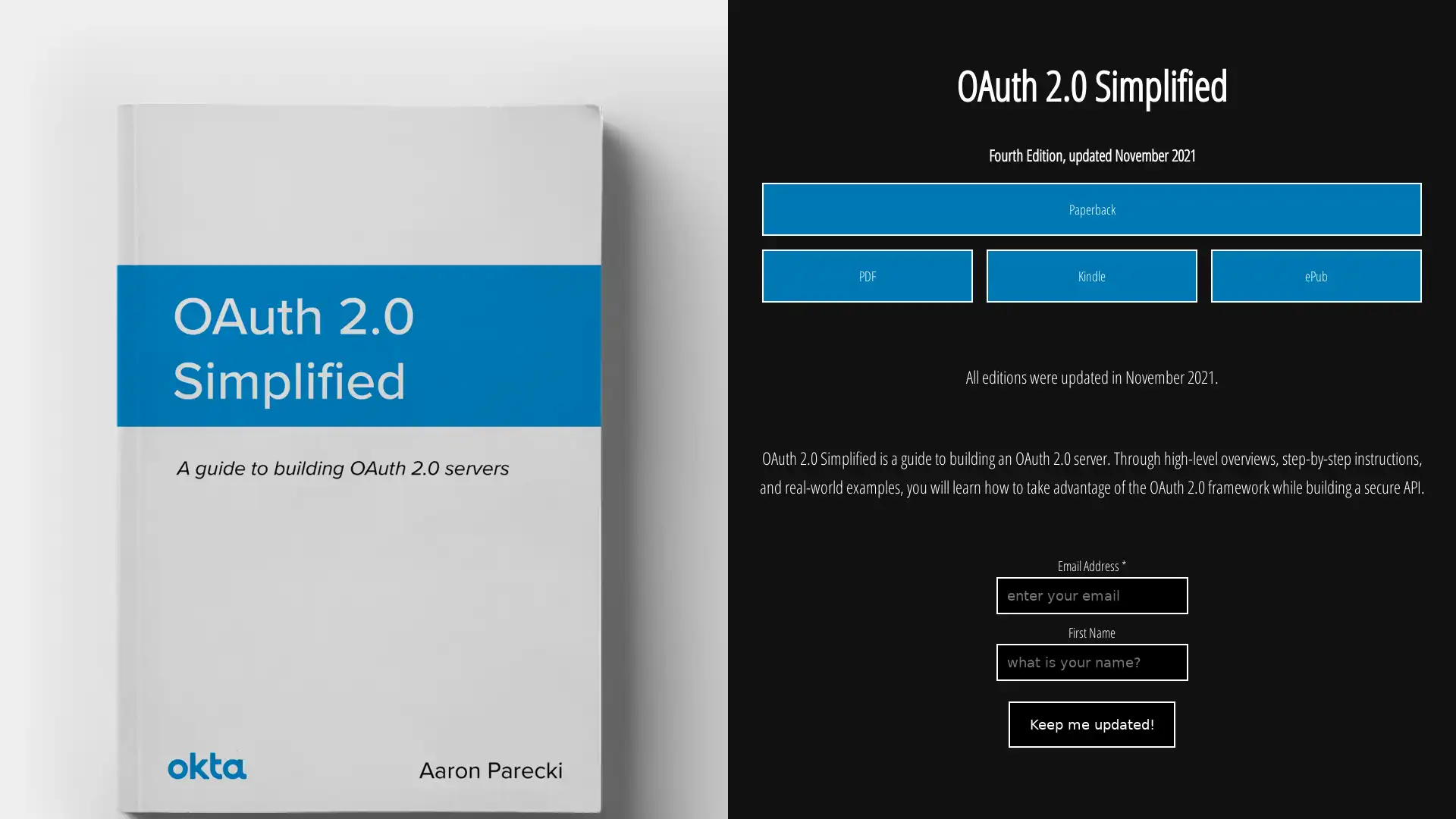  I want to click on Keep me updated!, so click(1092, 723).